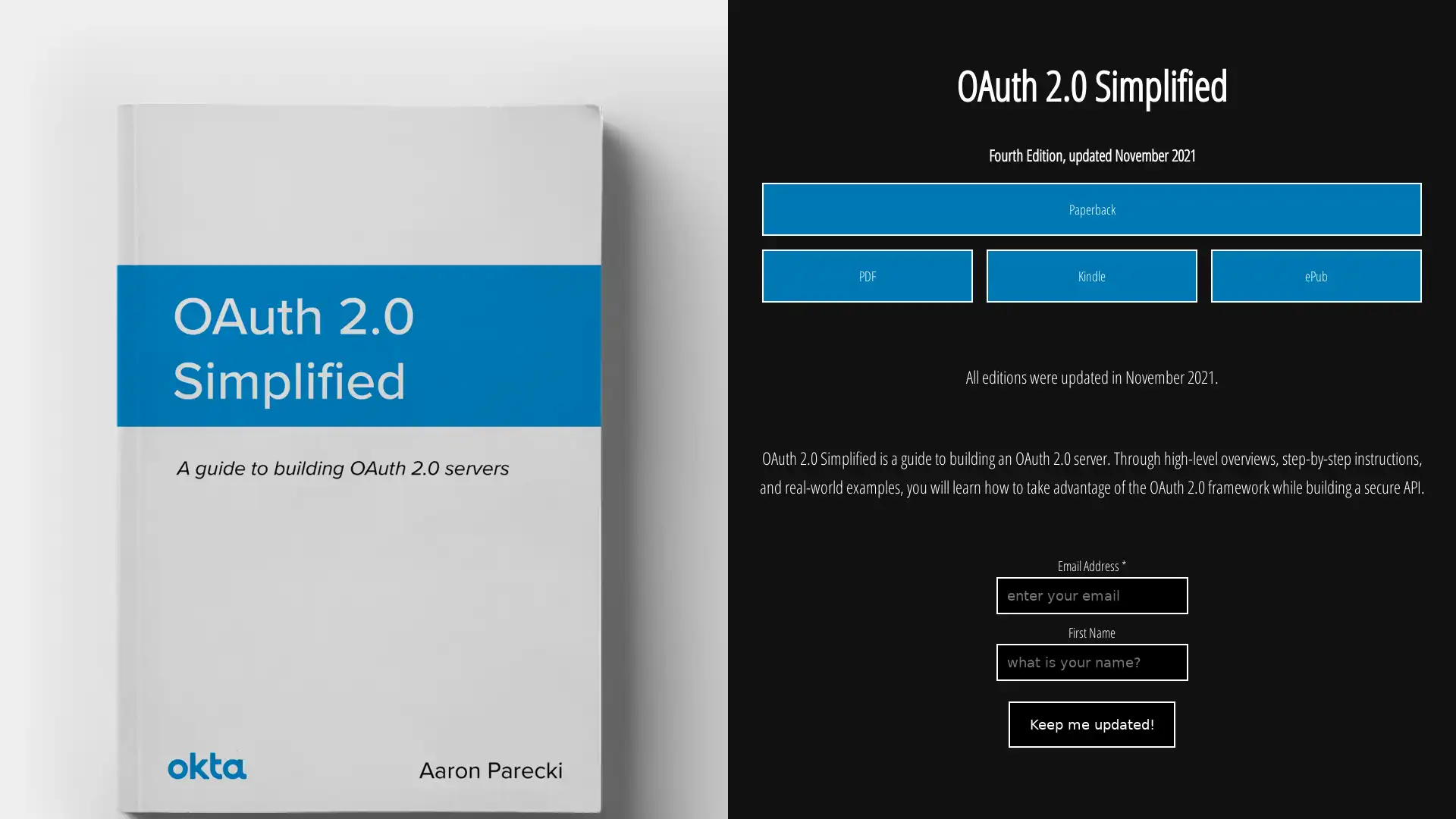  I want to click on Keep me updated!, so click(1092, 723).